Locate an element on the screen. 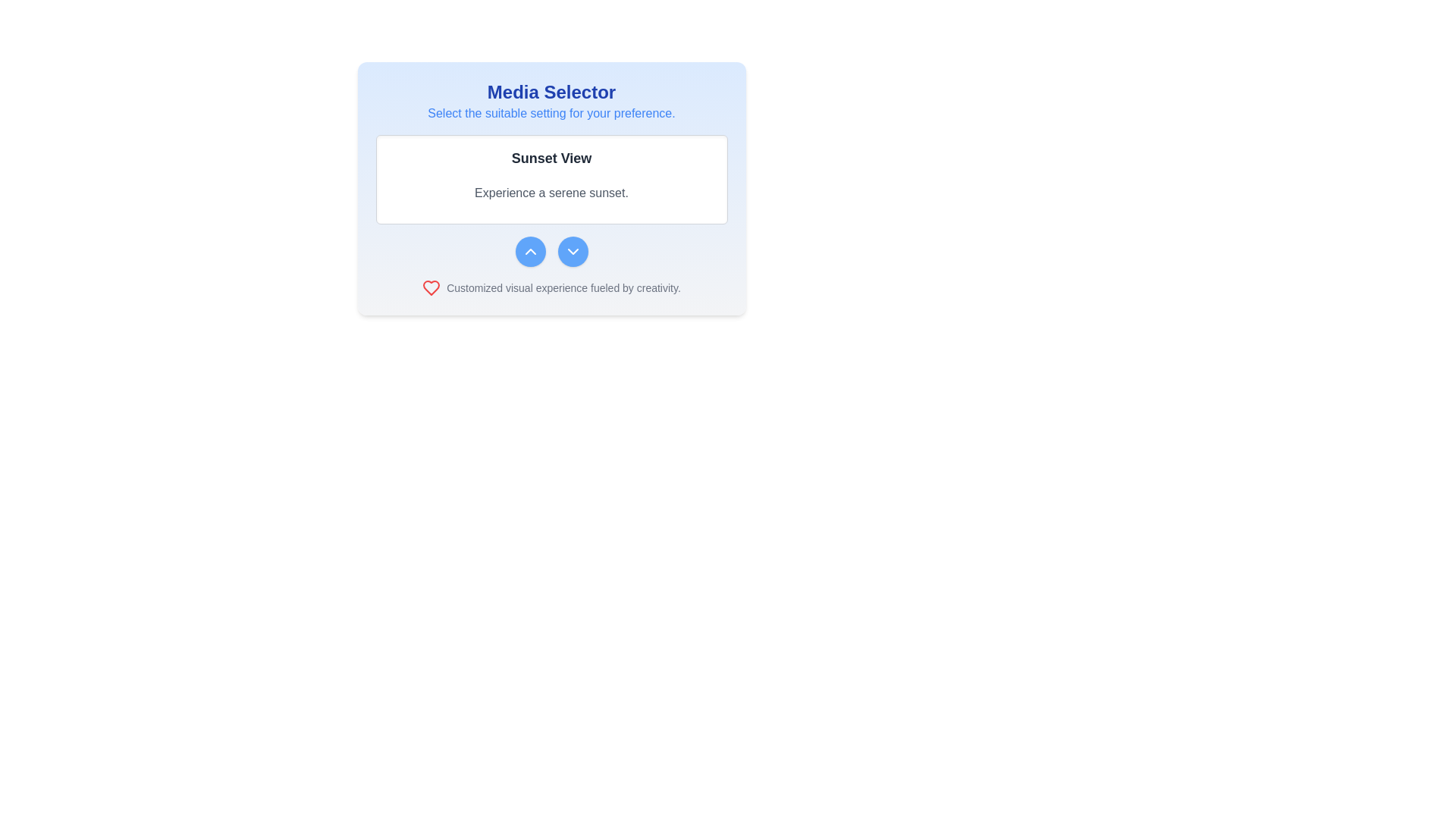  the upward navigation button located under the text 'Experience a serene sunset.' to increment or navigate upwards is located at coordinates (530, 250).